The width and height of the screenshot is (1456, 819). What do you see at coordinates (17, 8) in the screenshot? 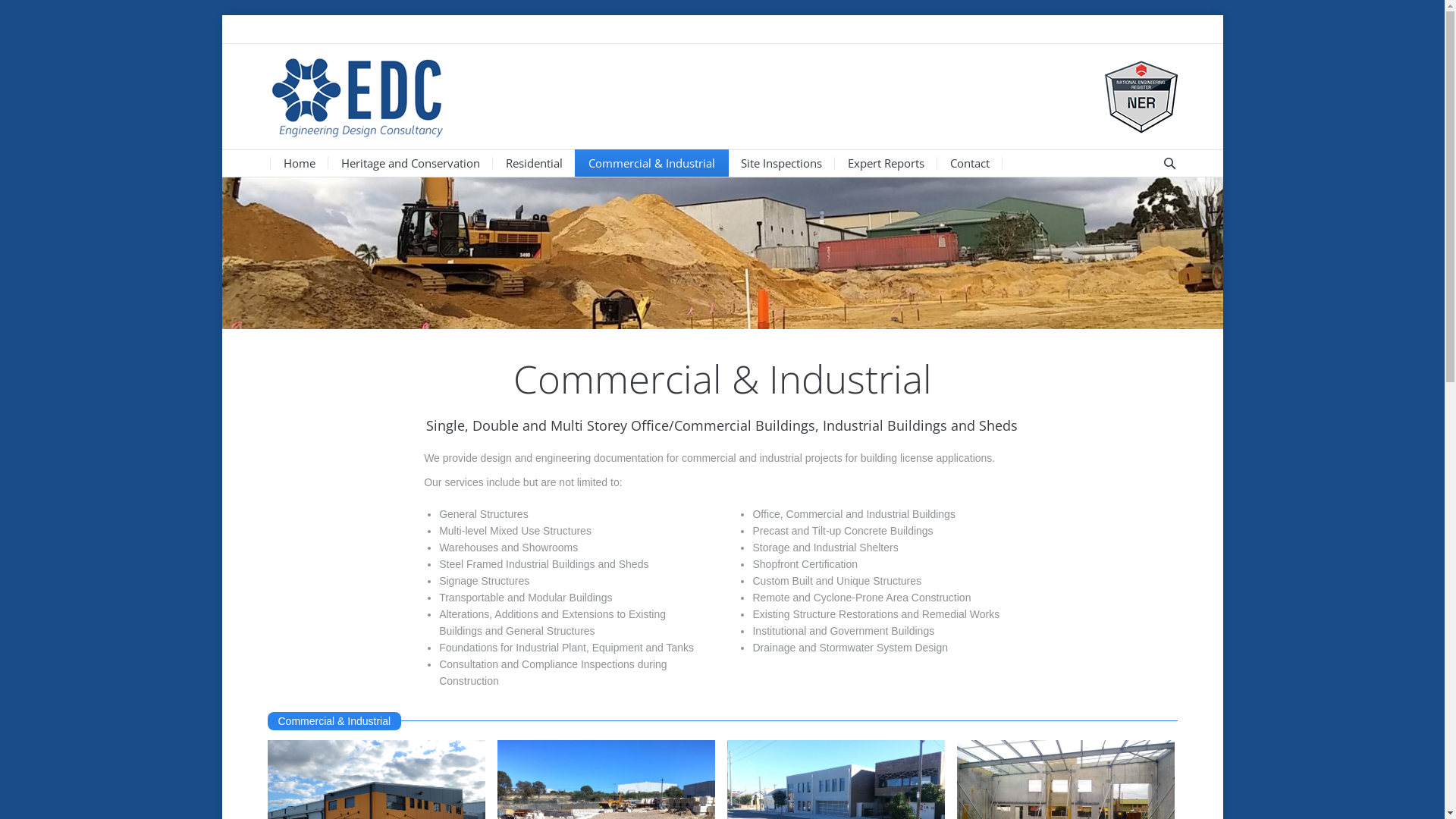
I see `'Go!'` at bounding box center [17, 8].